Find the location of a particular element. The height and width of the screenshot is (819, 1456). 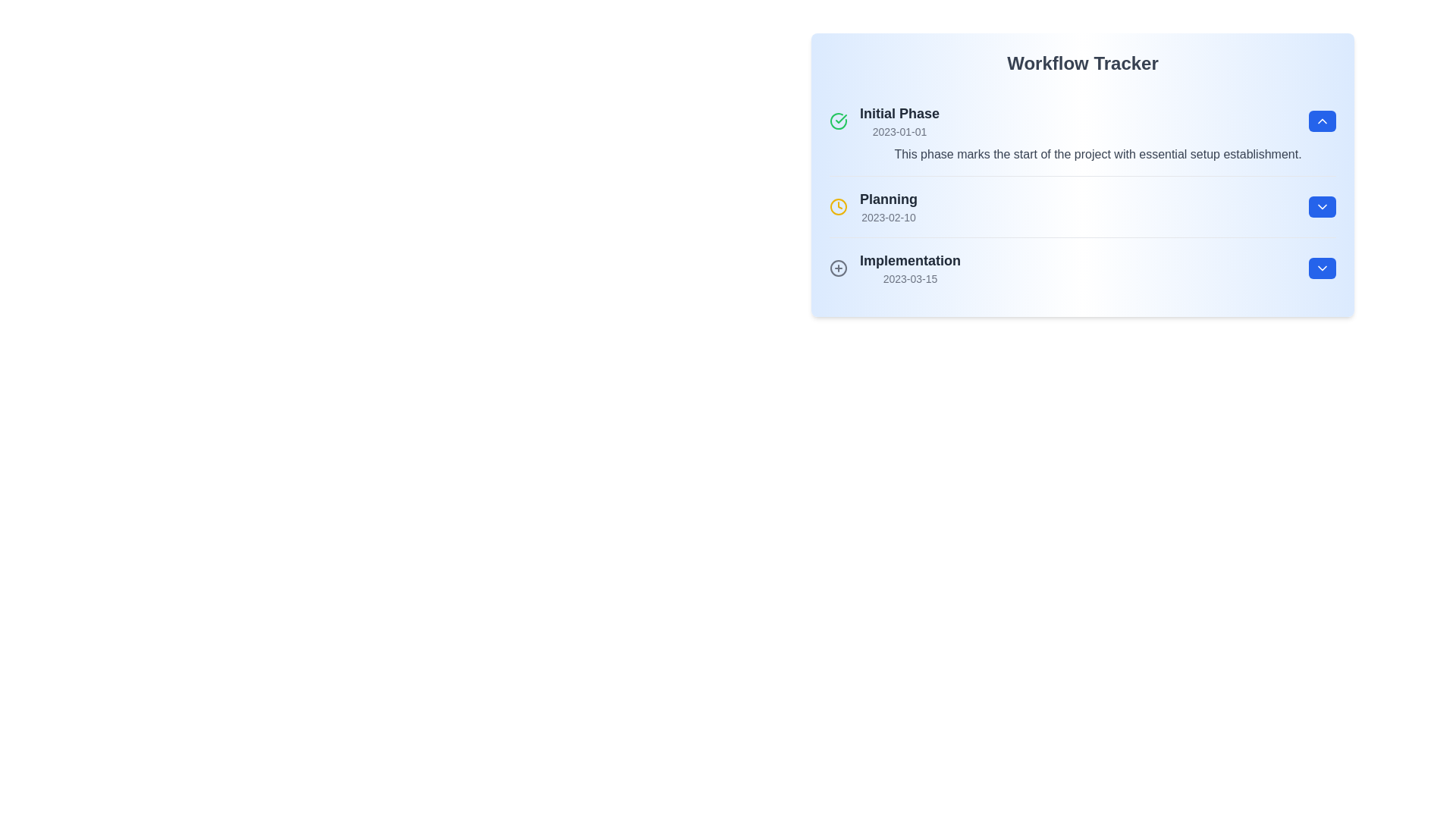

text label indicating the 'Planning' phase with the date '2023-02-10' in the workflow tracker, located between 'Initial Phase' and 'Implementation' is located at coordinates (888, 207).